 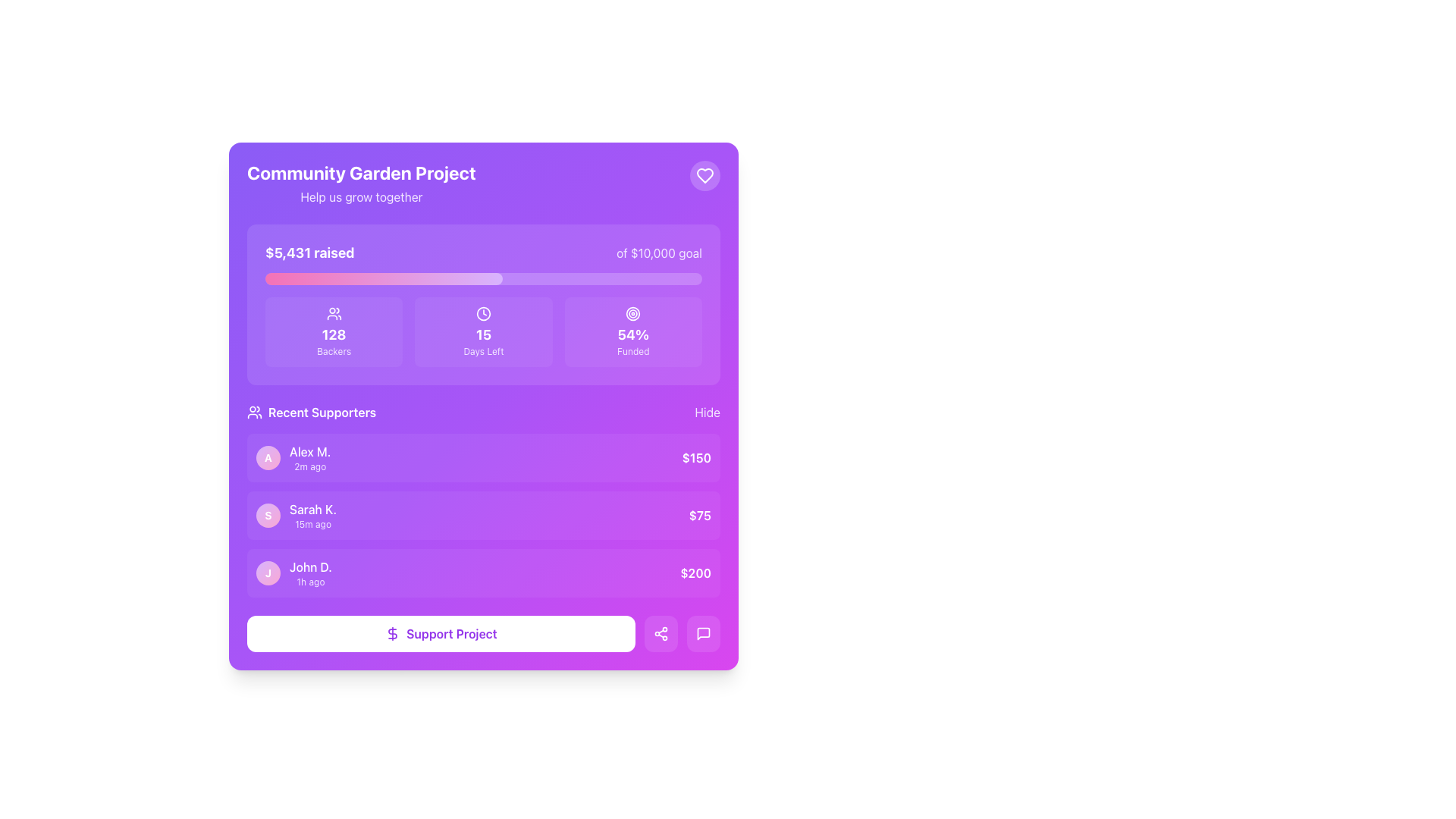 I want to click on the highlighted entry in the list of recent supporters that shows the name 'Sarah K.', the time '15m ago', and the contribution amount '$75', so click(x=483, y=514).